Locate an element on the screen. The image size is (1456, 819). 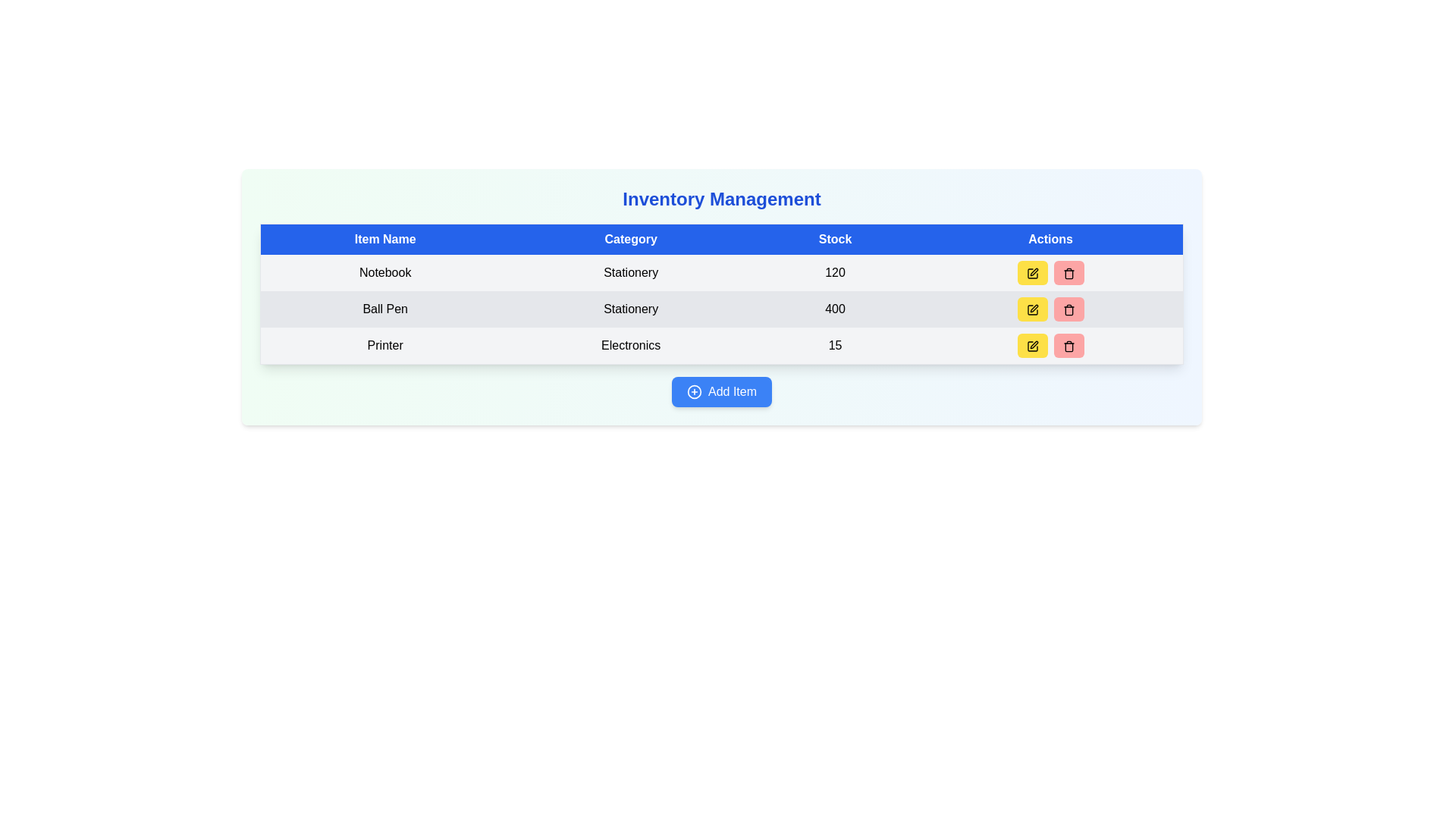
the trash bin icon, which is part of a row of action icons in the last column of the table, located to the right of the edit icon is located at coordinates (1068, 347).